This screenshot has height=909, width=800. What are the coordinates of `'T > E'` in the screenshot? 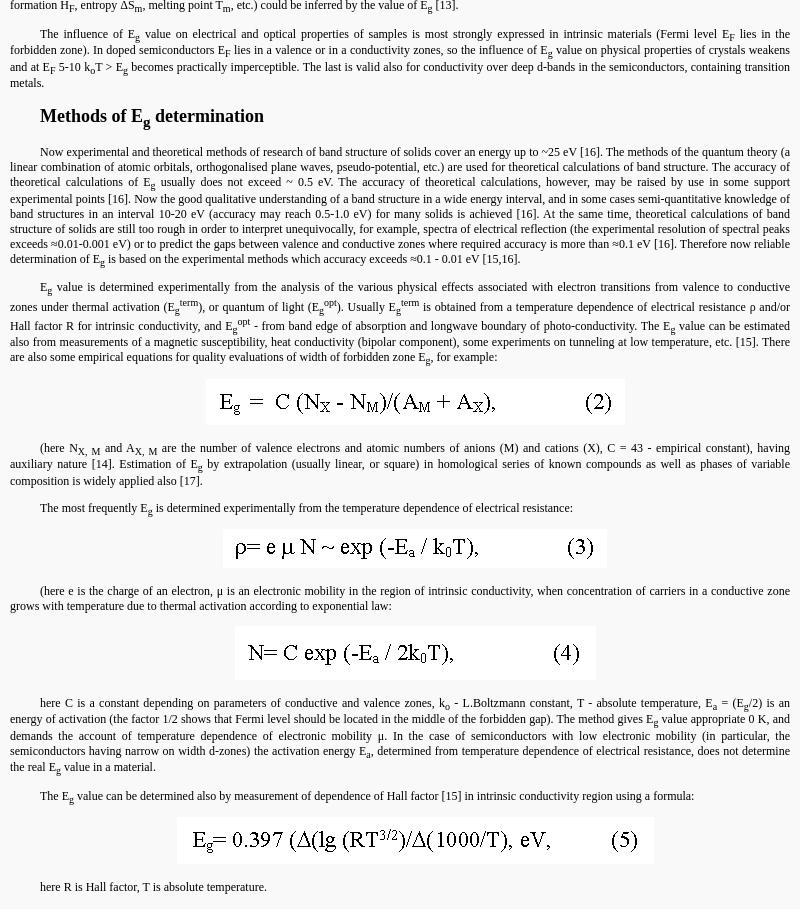 It's located at (107, 65).